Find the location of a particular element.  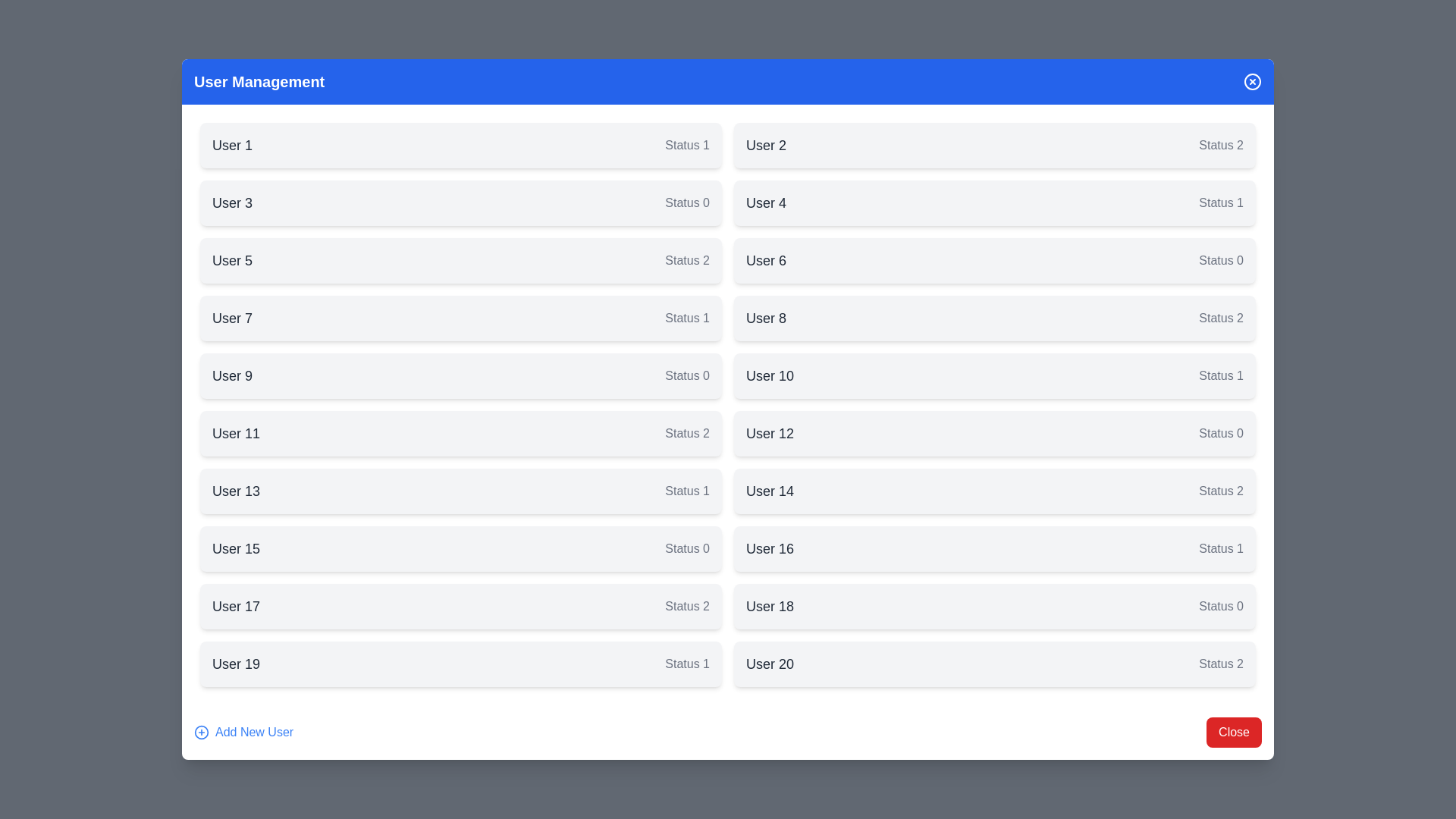

the 'Close' button to close the dialog is located at coordinates (1234, 731).